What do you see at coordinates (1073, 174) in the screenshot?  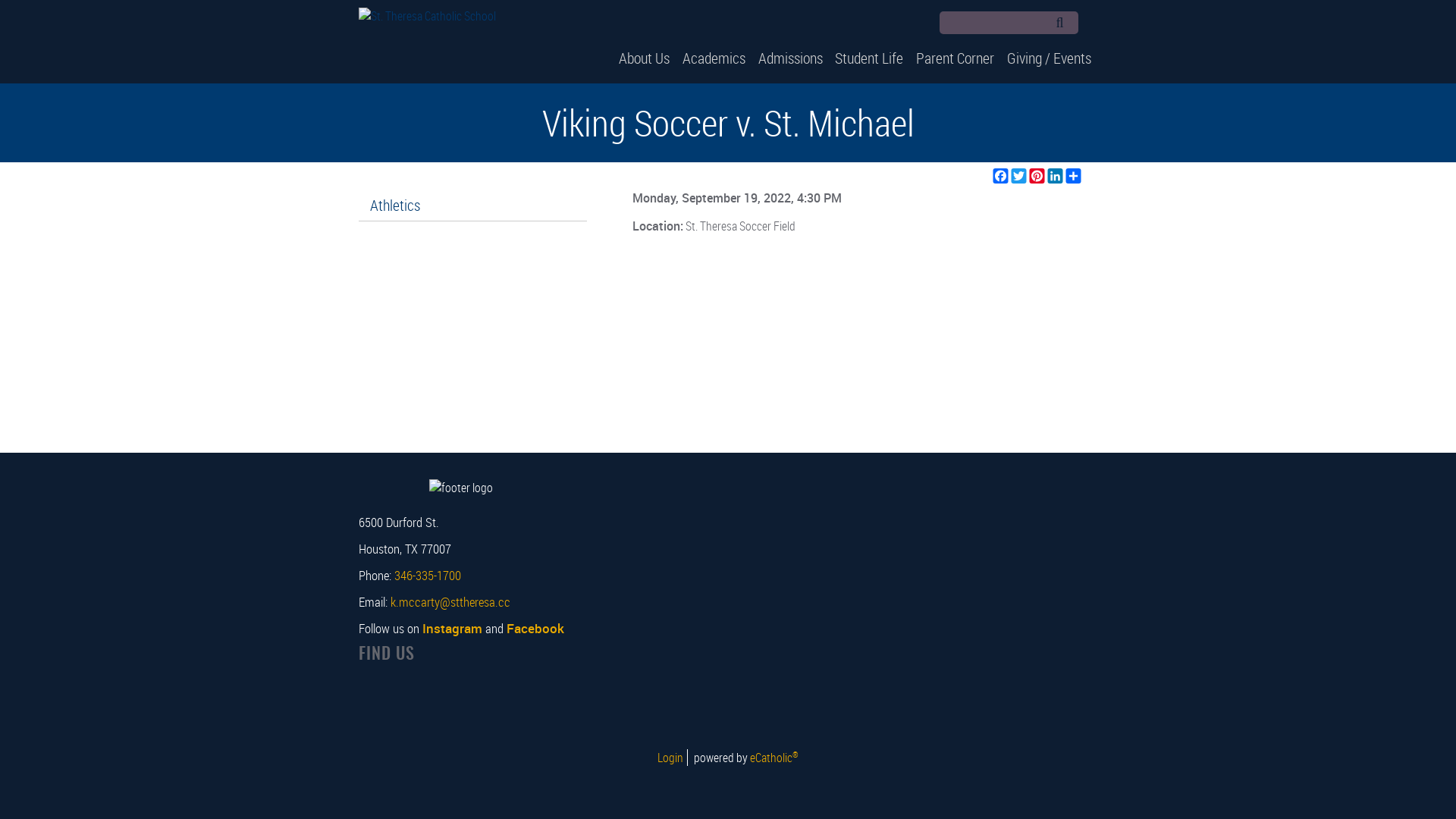 I see `'Share'` at bounding box center [1073, 174].